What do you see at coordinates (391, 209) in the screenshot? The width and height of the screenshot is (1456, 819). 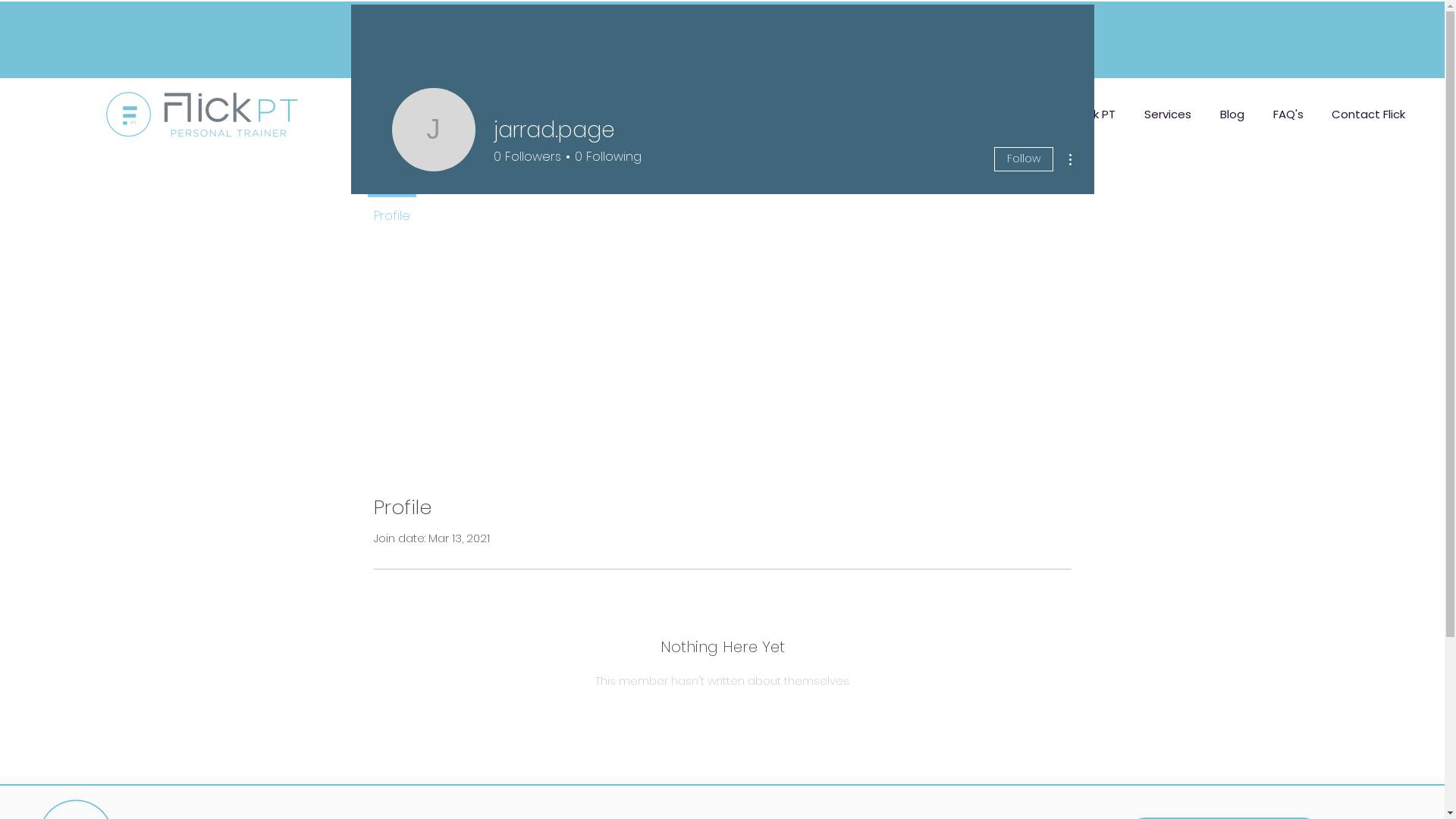 I see `'Profile'` at bounding box center [391, 209].